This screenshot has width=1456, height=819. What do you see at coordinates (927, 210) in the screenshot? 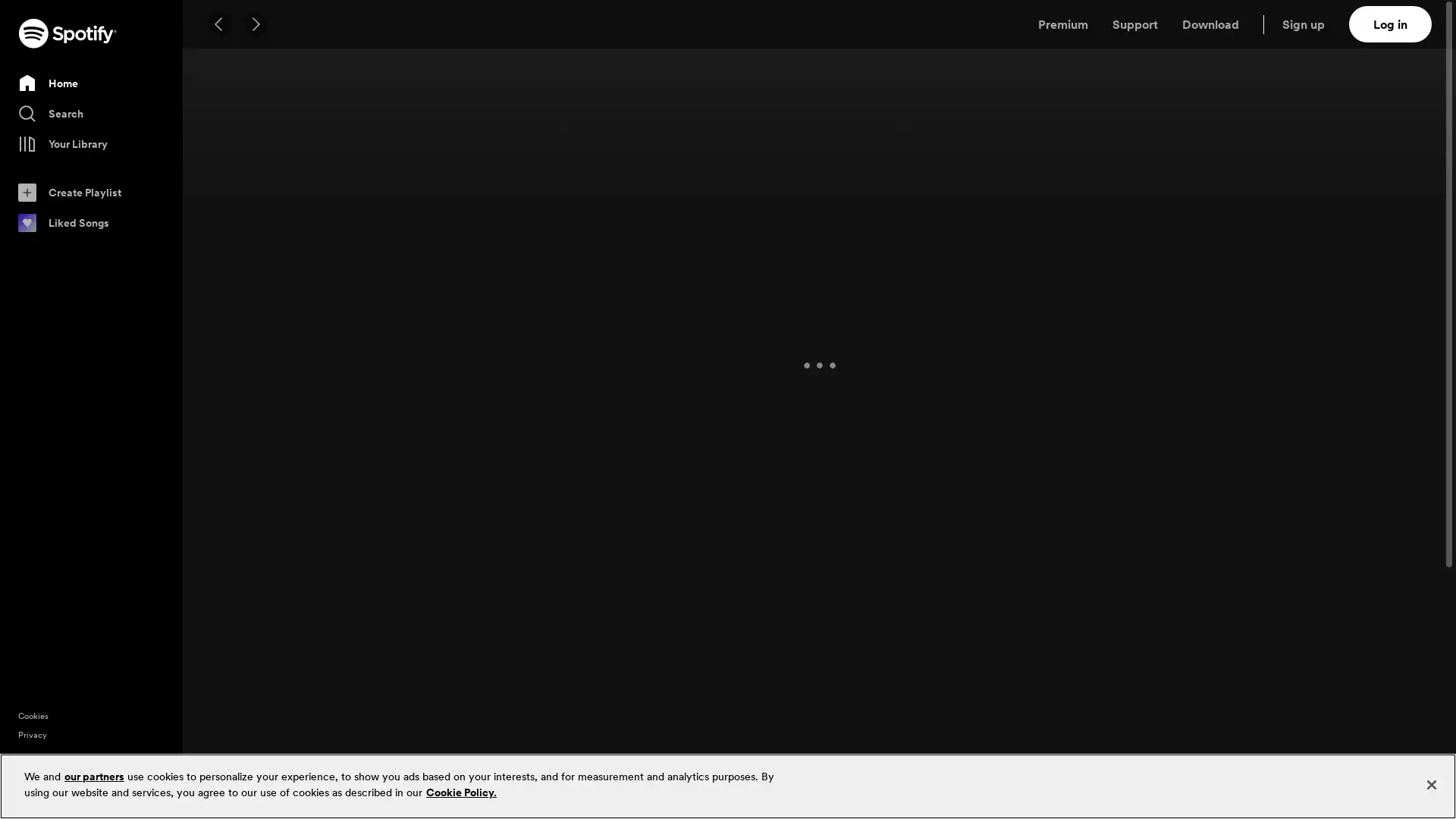
I see `Play Fresh Finds Indie` at bounding box center [927, 210].